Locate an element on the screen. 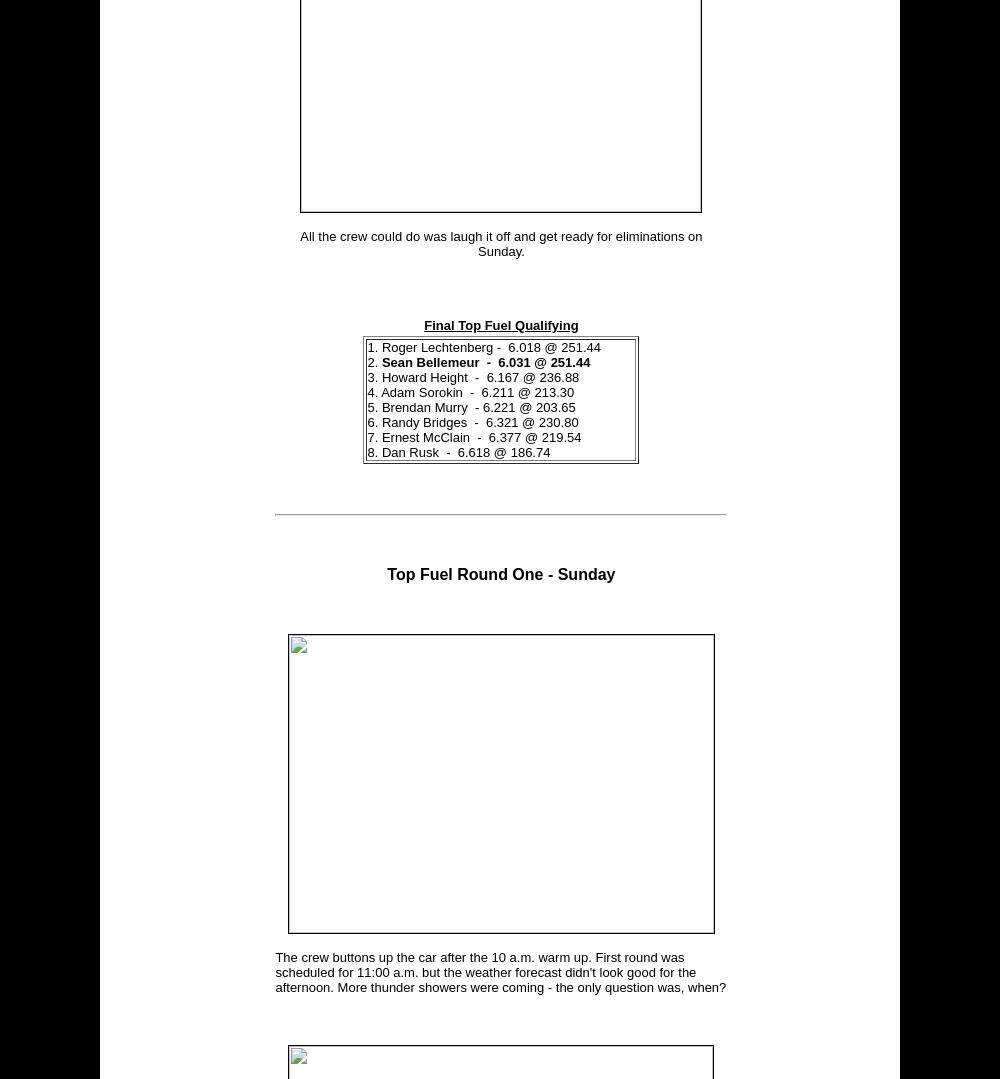 This screenshot has height=1079, width=1000. '5. Brendan Murry  - 6.221 @ 203.65' is located at coordinates (470, 406).